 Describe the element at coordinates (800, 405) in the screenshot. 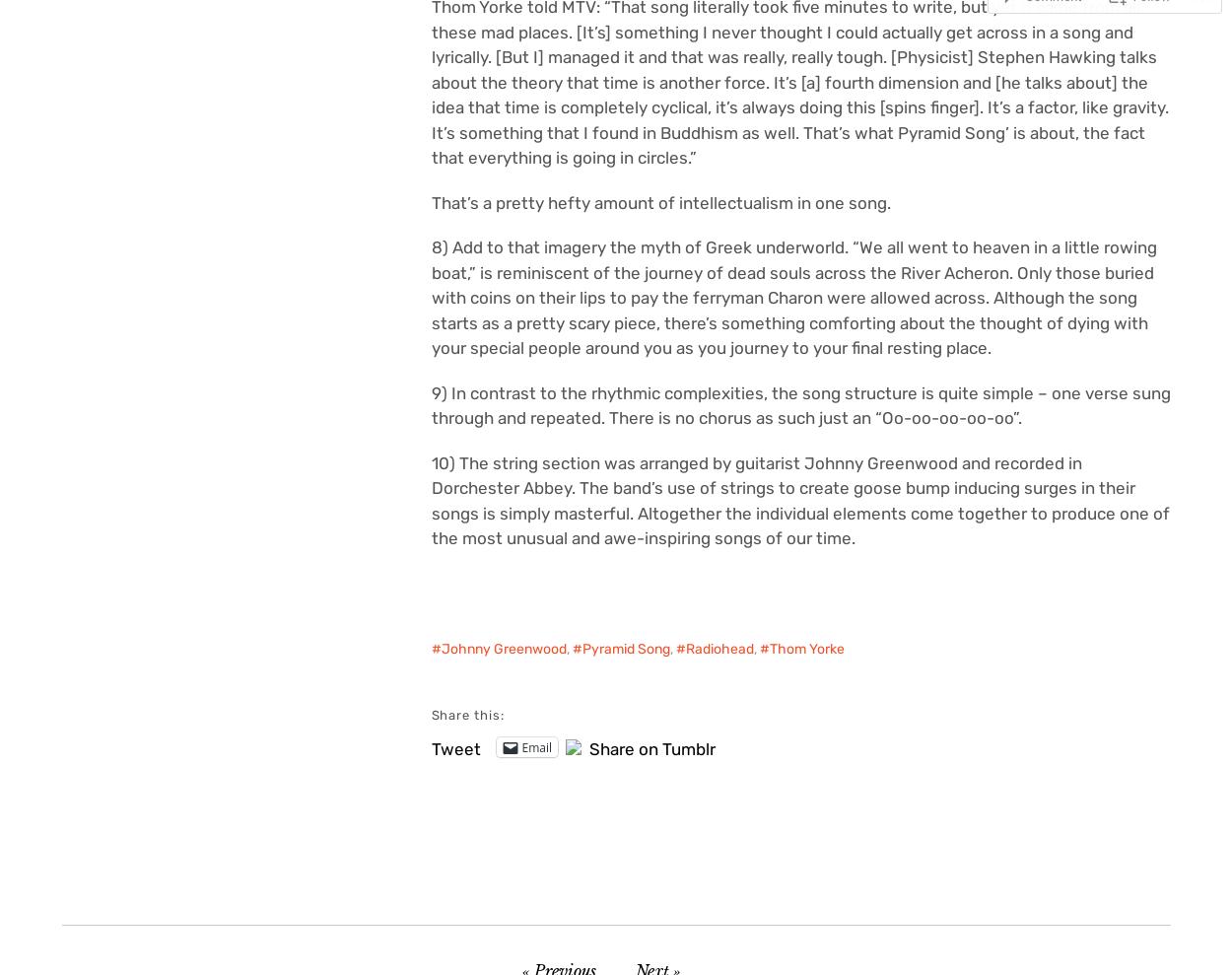

I see `'9) In contrast to the rhythmic complexities, the song structure is quite simple – one verse sung through and repeated. There is no chorus as such just an “Oo-oo-oo-oo-oo”.'` at that location.